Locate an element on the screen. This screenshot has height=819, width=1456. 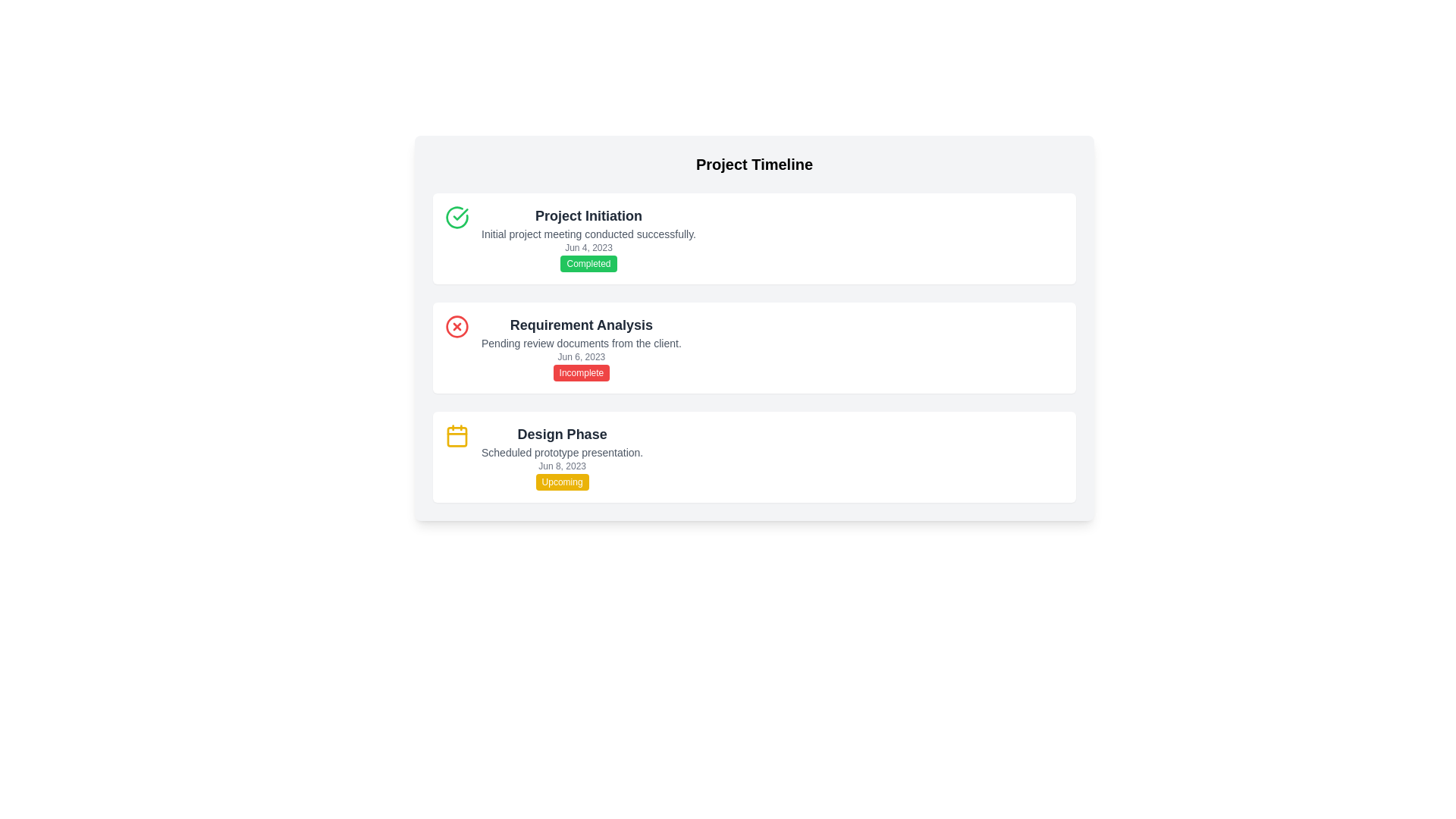
the topmost card entry in the vertical timeline structure that summarizes the completed project task 'Project Initiation' for additional context is located at coordinates (588, 239).